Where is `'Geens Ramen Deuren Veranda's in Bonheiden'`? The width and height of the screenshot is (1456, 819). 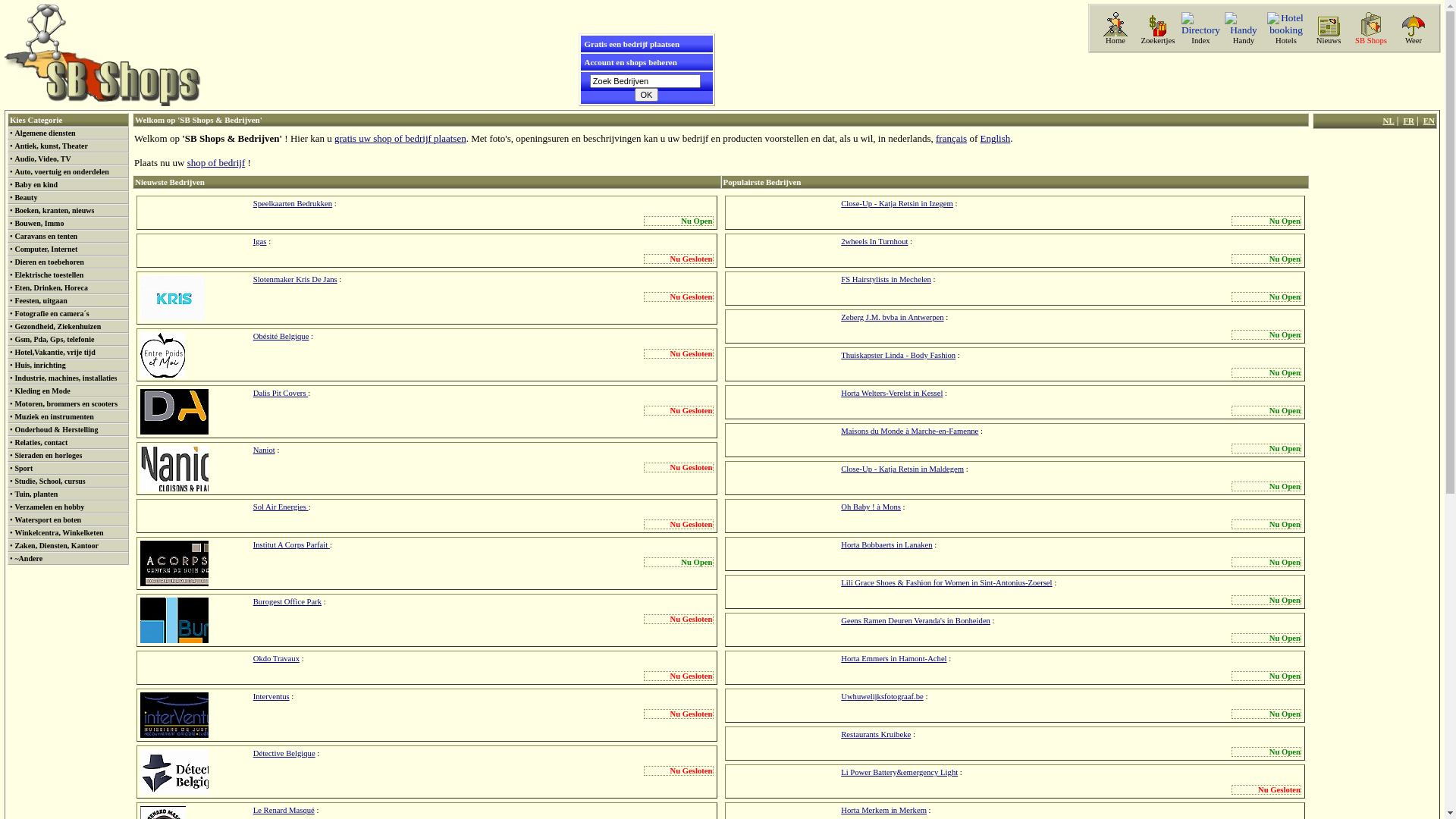 'Geens Ramen Deuren Veranda's in Bonheiden' is located at coordinates (915, 620).